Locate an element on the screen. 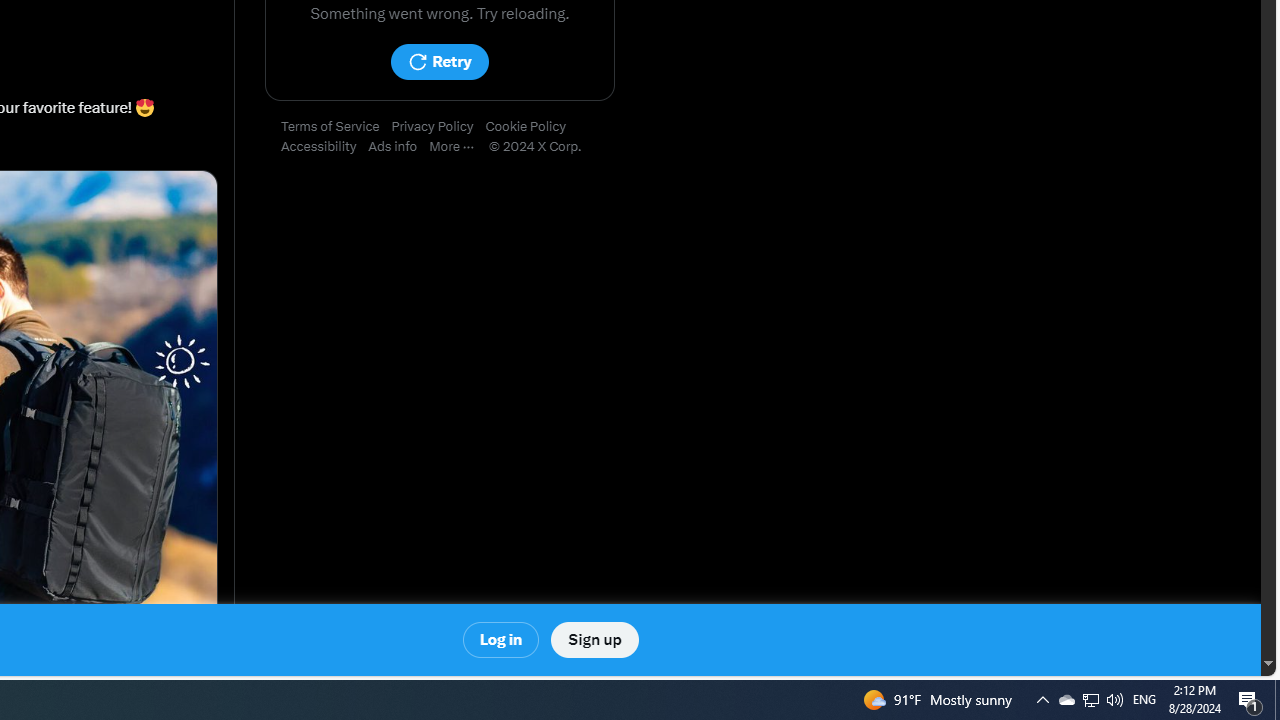  'Ads info' is located at coordinates (399, 146).